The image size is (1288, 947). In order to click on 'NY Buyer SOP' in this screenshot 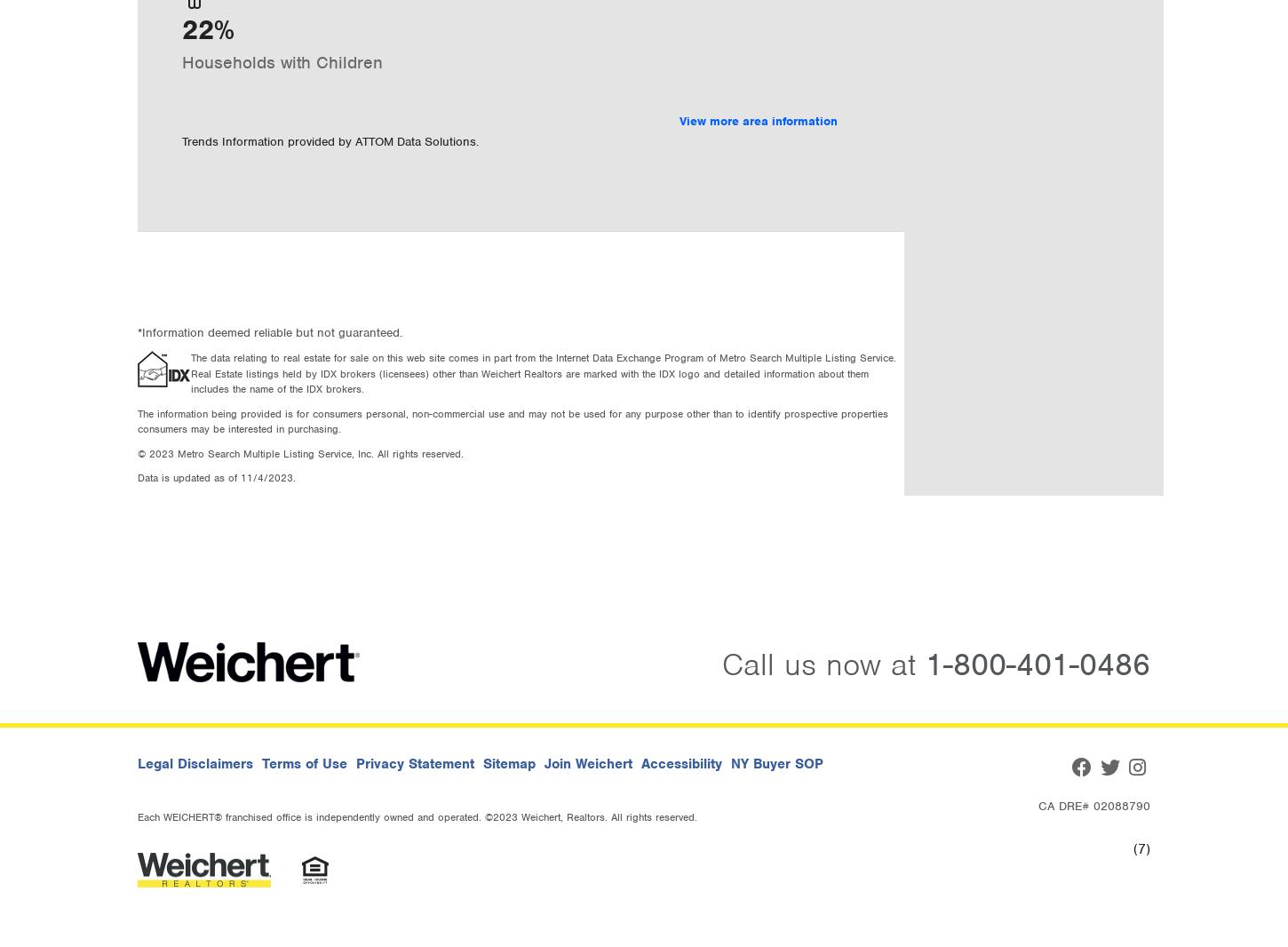, I will do `click(775, 764)`.